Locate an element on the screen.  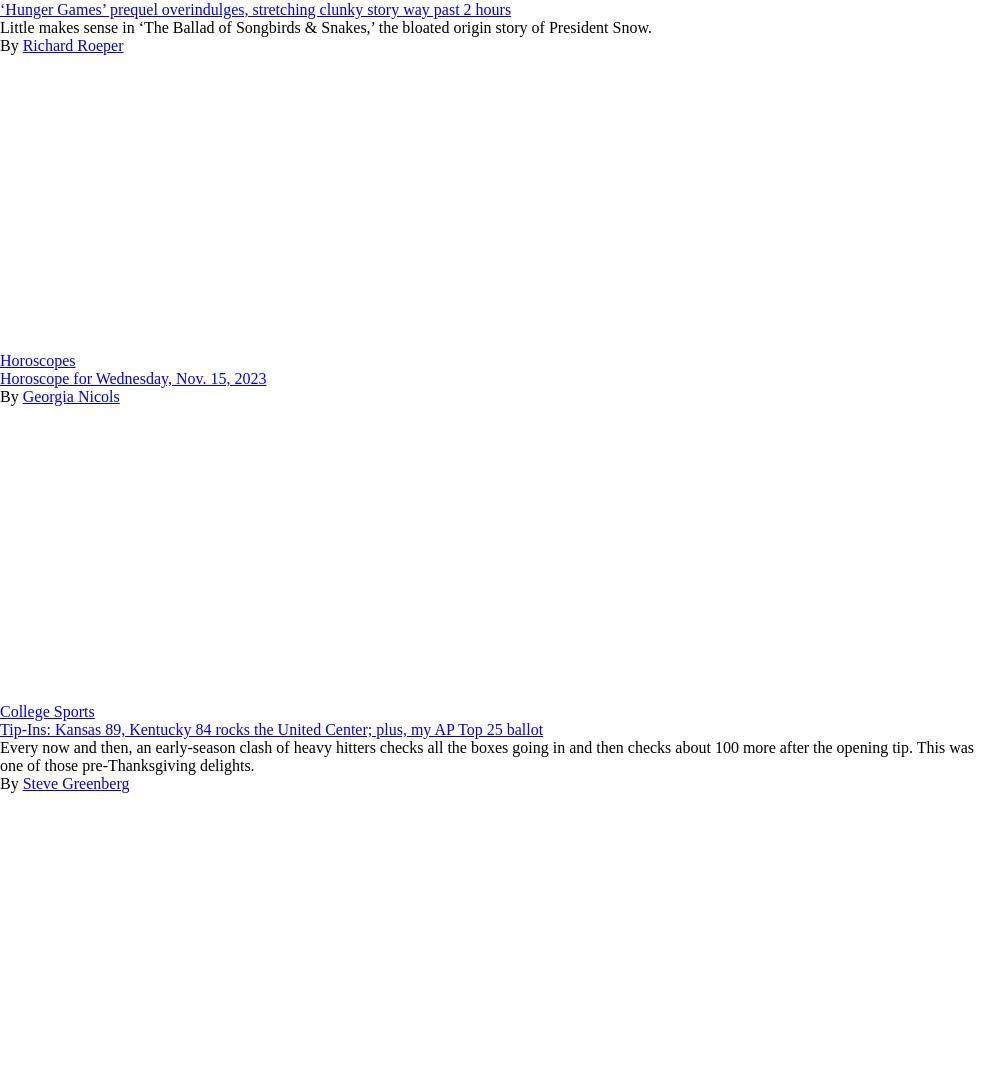
'Horoscopes' is located at coordinates (0, 359).